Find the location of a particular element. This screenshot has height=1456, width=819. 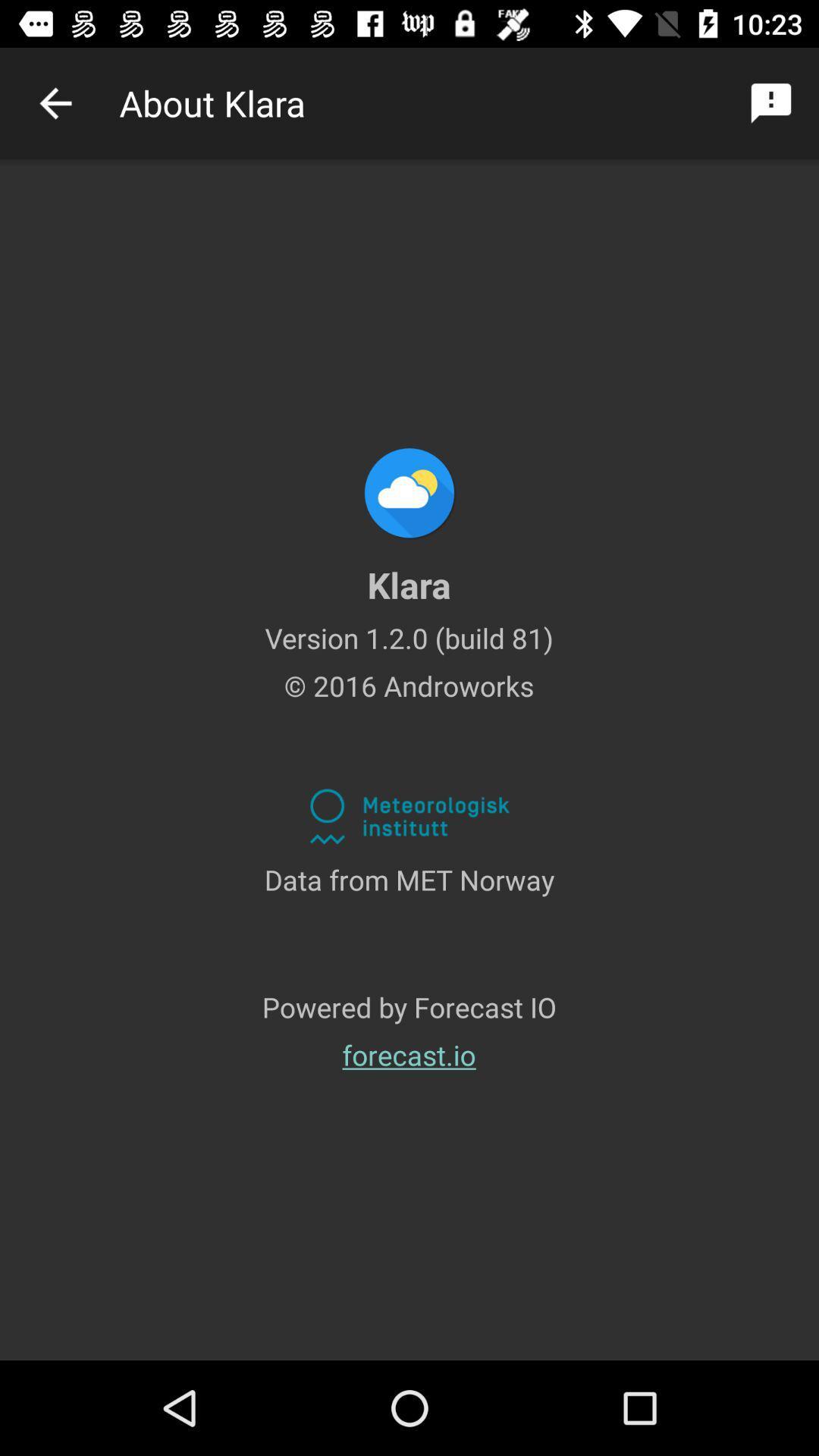

icon at the top right corner is located at coordinates (771, 102).